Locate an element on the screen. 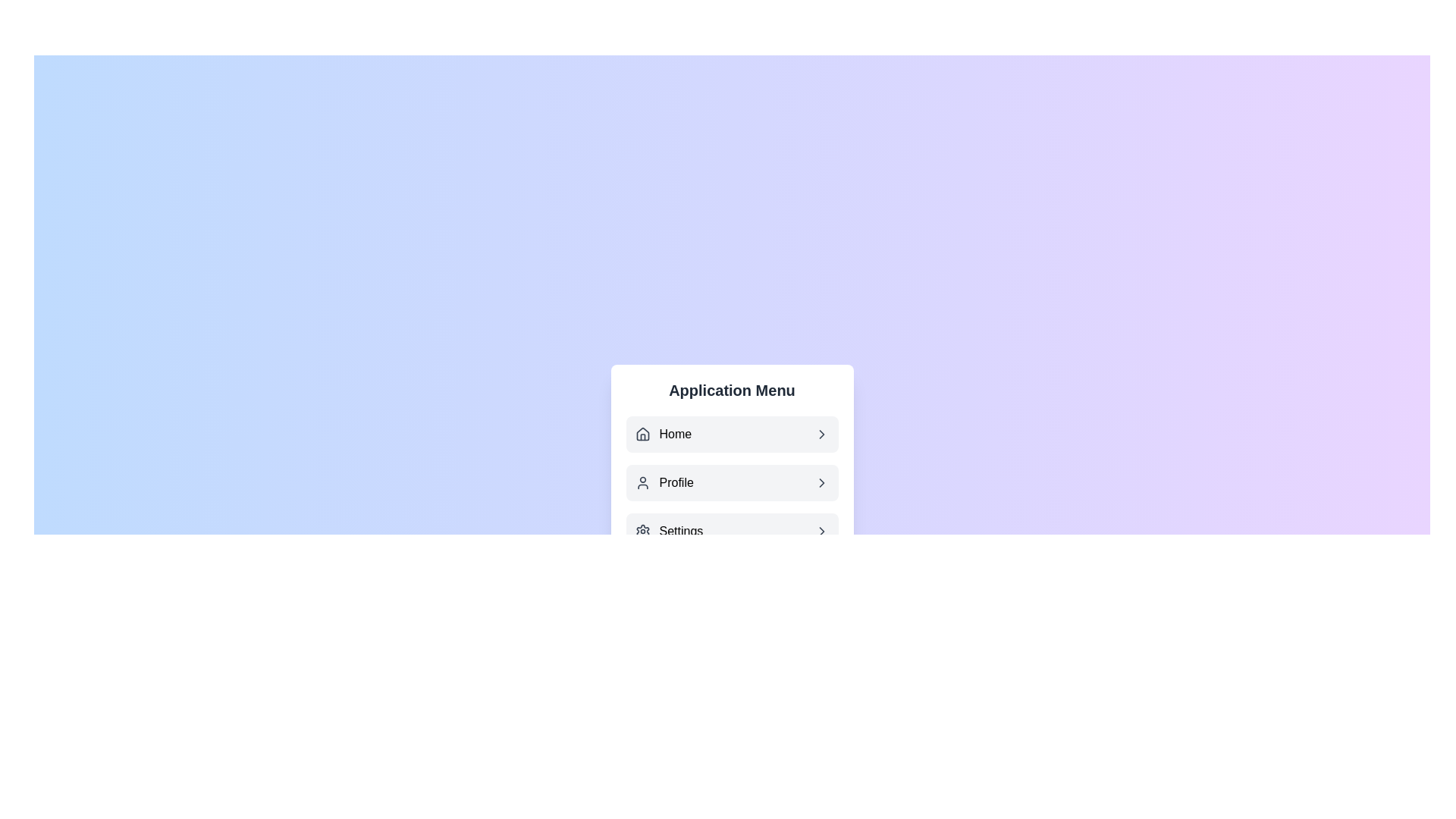 This screenshot has width=1456, height=819. the 'Profile' menu item in the navigational menu labeled 'Application Menu' is located at coordinates (732, 464).